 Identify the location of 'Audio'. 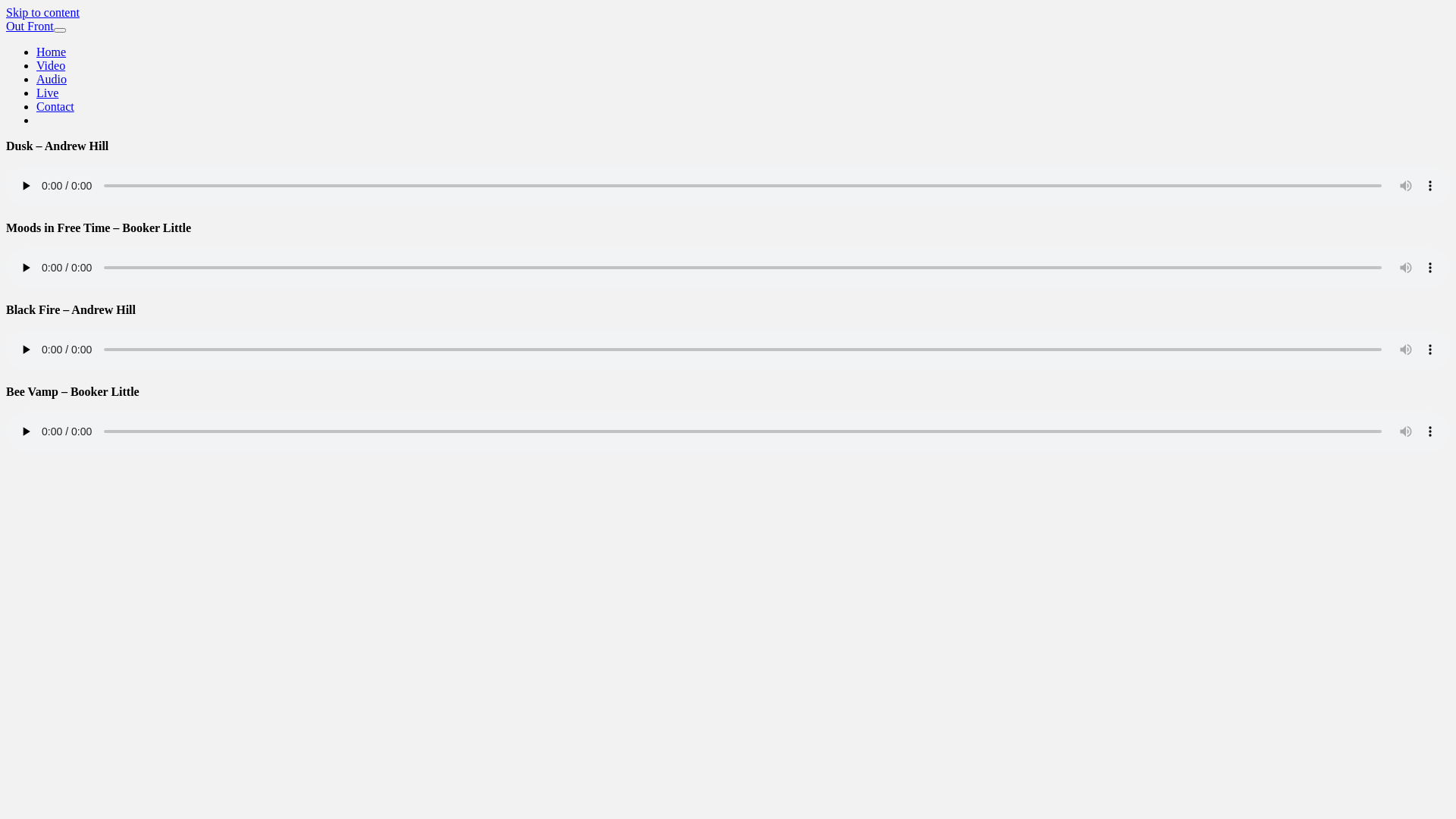
(51, 79).